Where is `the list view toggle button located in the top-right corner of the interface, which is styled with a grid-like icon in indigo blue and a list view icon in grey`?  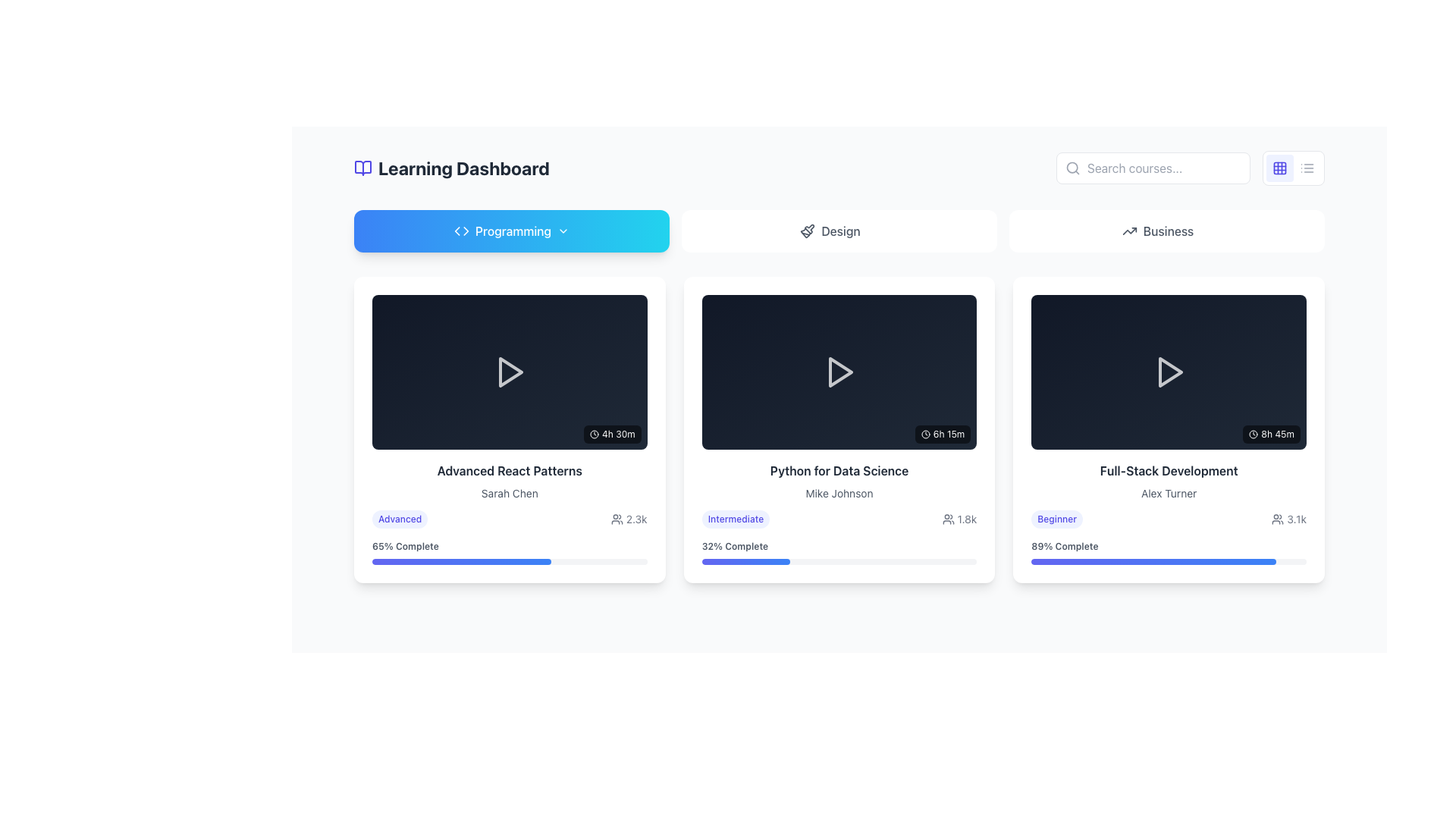
the list view toggle button located in the top-right corner of the interface, which is styled with a grid-like icon in indigo blue and a list view icon in grey is located at coordinates (1292, 168).